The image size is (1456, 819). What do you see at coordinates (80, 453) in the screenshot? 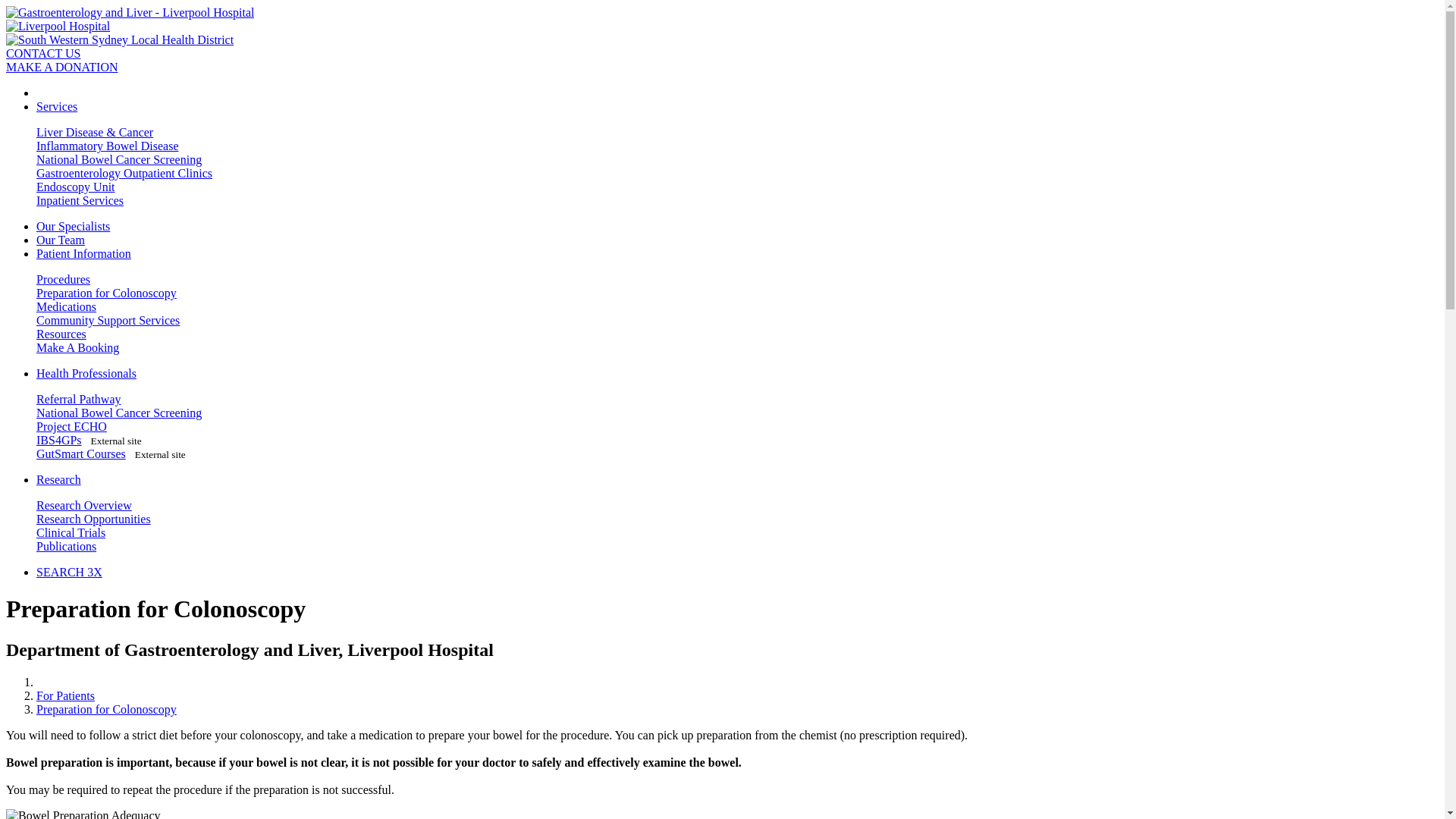
I see `'GutSmart Courses'` at bounding box center [80, 453].